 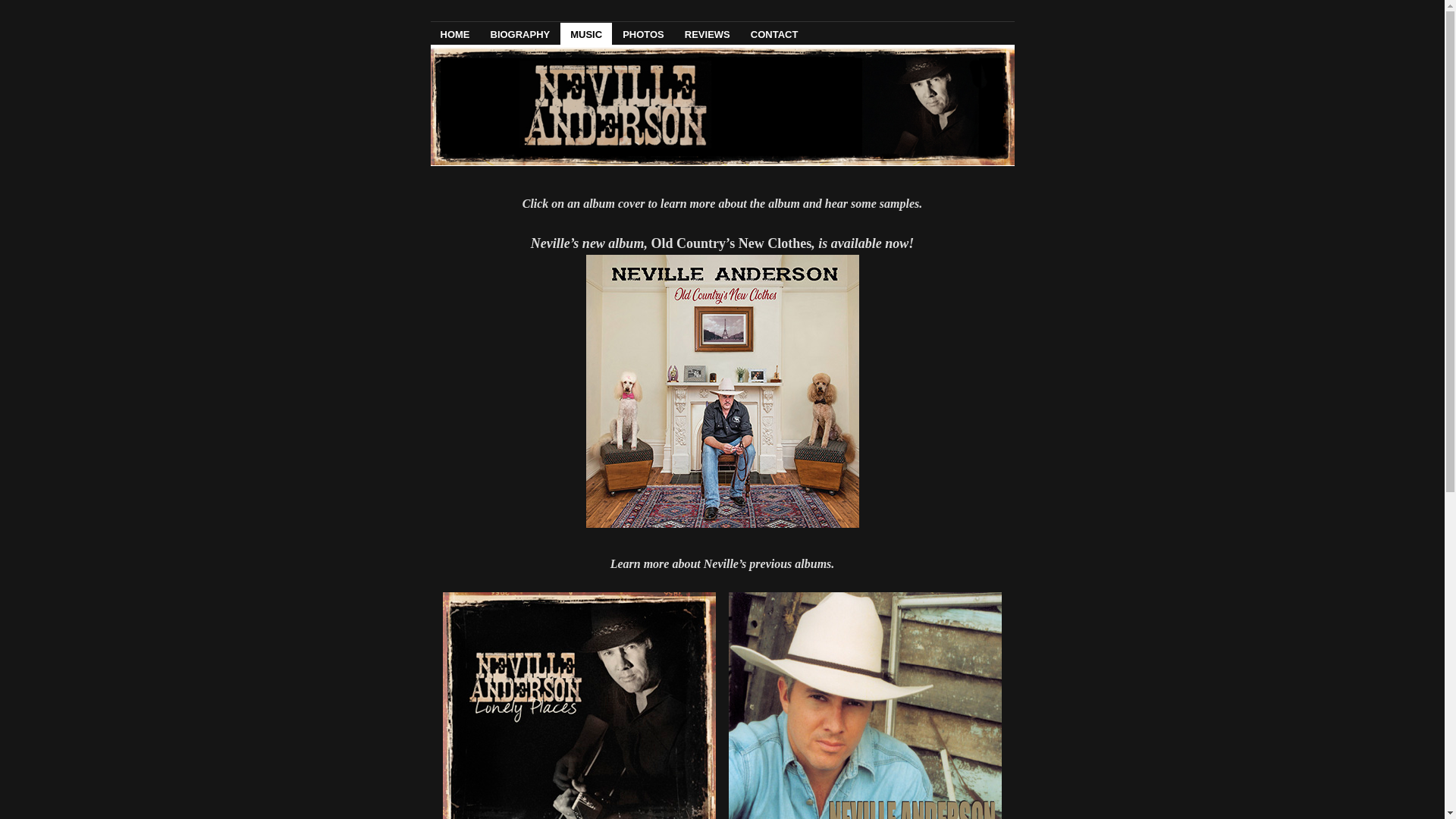 What do you see at coordinates (585, 33) in the screenshot?
I see `'MUSIC'` at bounding box center [585, 33].